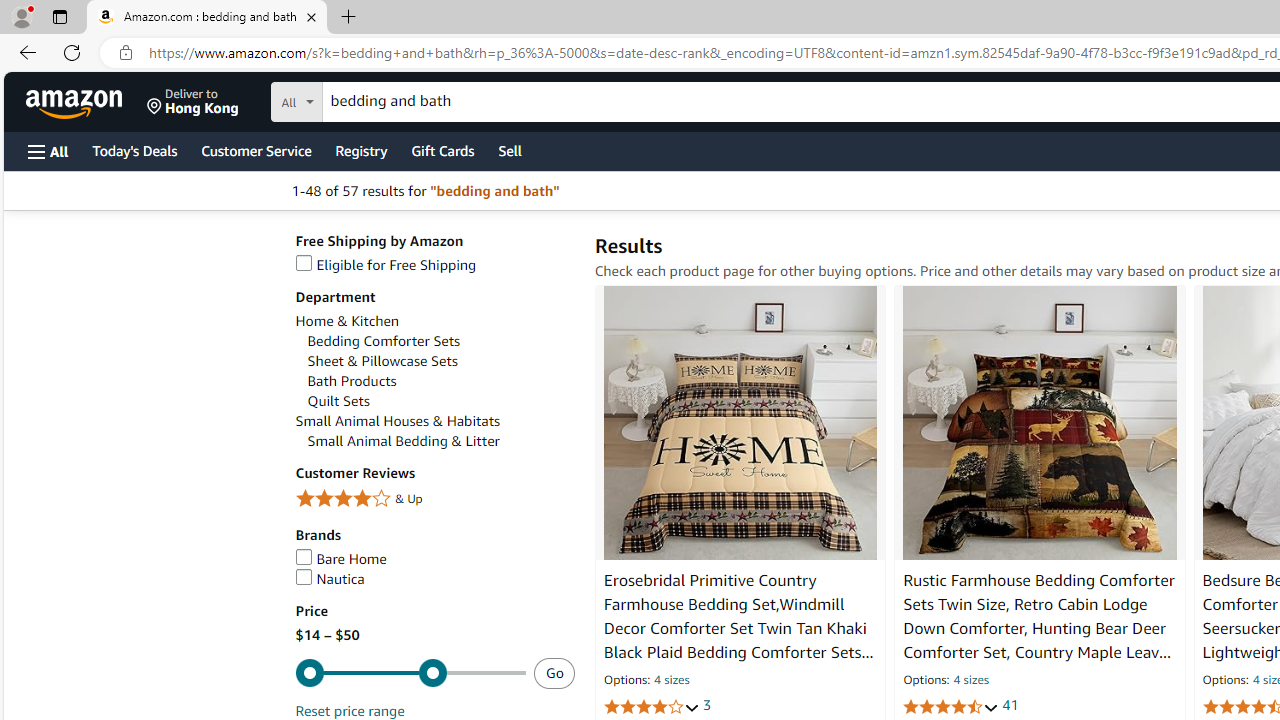 The height and width of the screenshot is (720, 1280). Describe the element at coordinates (255, 149) in the screenshot. I see `'Customer Service'` at that location.